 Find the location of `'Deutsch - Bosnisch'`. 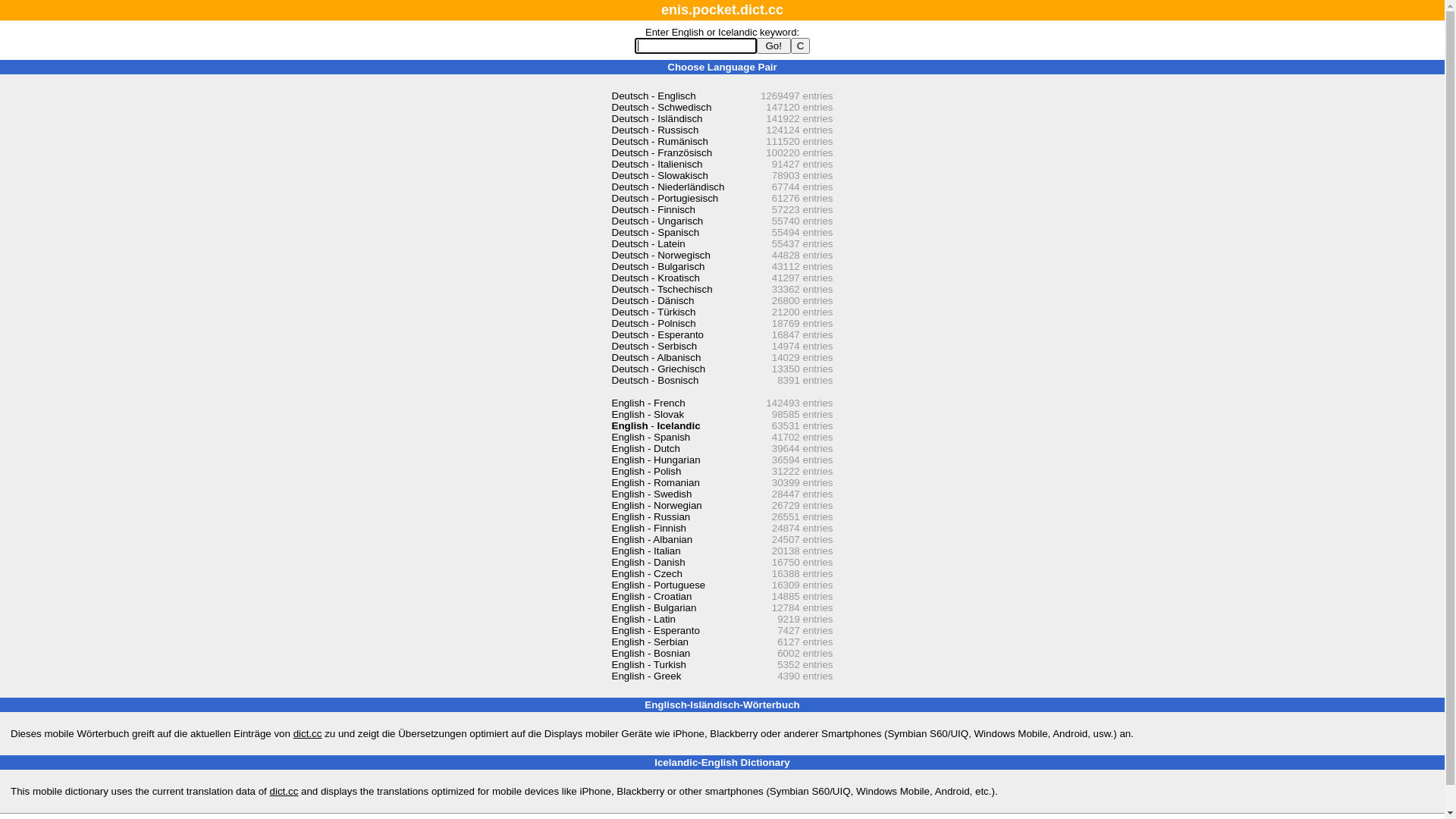

'Deutsch - Bosnisch' is located at coordinates (654, 379).